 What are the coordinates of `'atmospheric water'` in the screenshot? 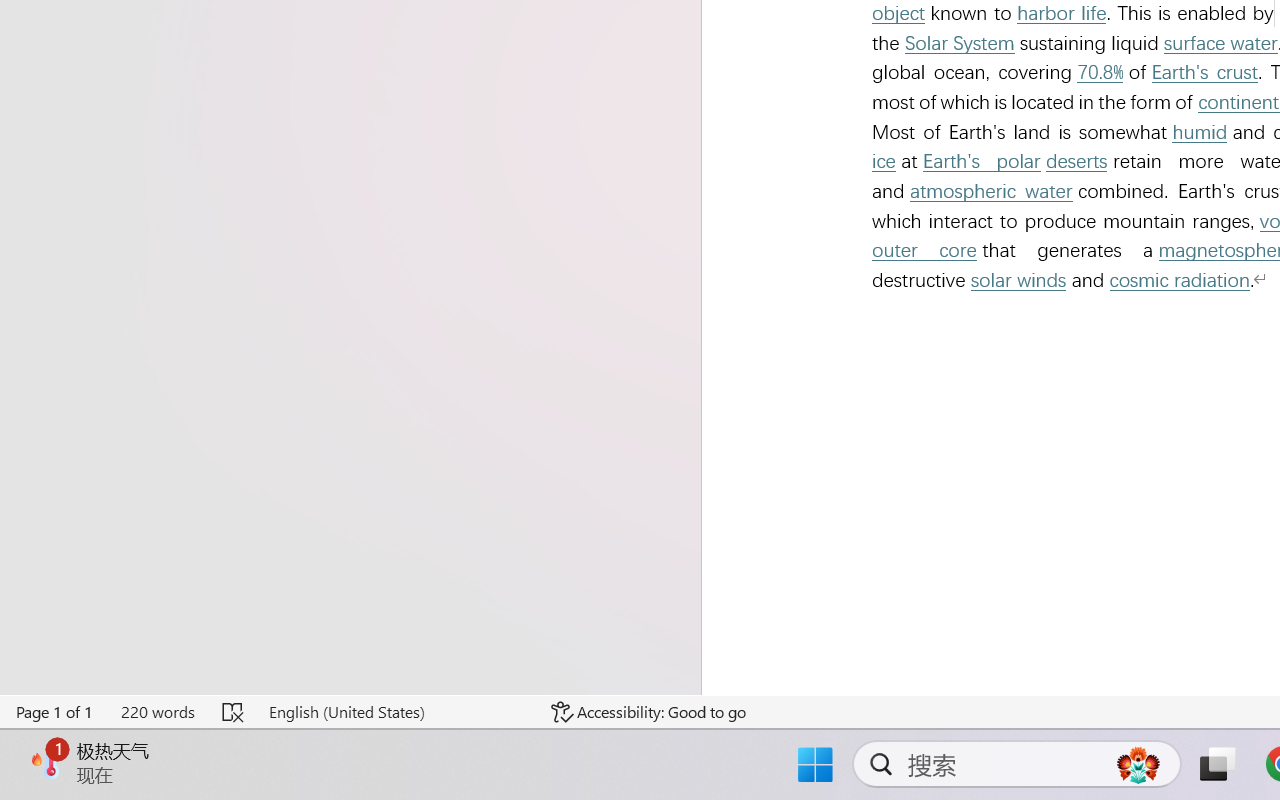 It's located at (991, 190).